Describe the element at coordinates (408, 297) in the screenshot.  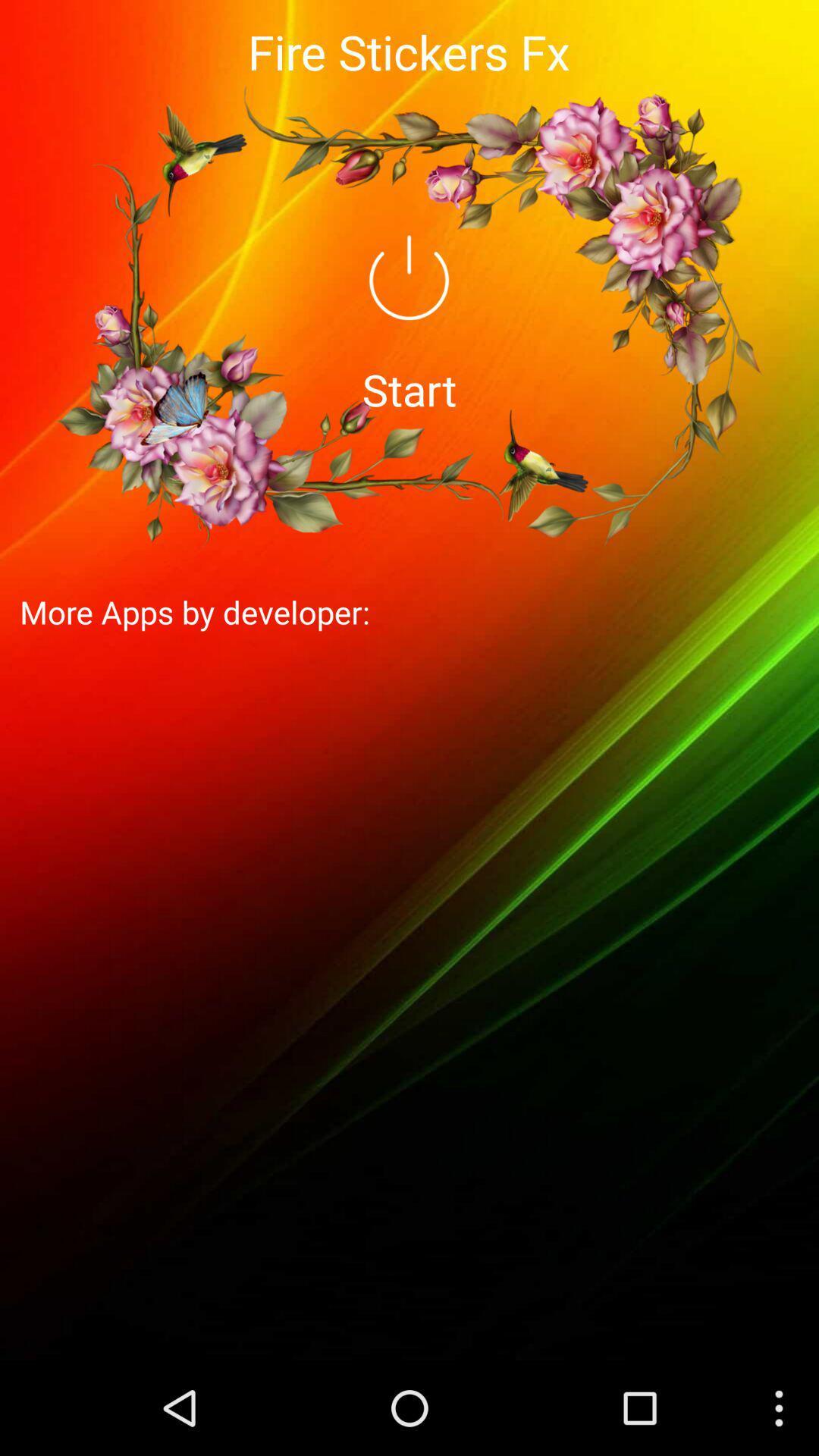
I see `the power icon` at that location.